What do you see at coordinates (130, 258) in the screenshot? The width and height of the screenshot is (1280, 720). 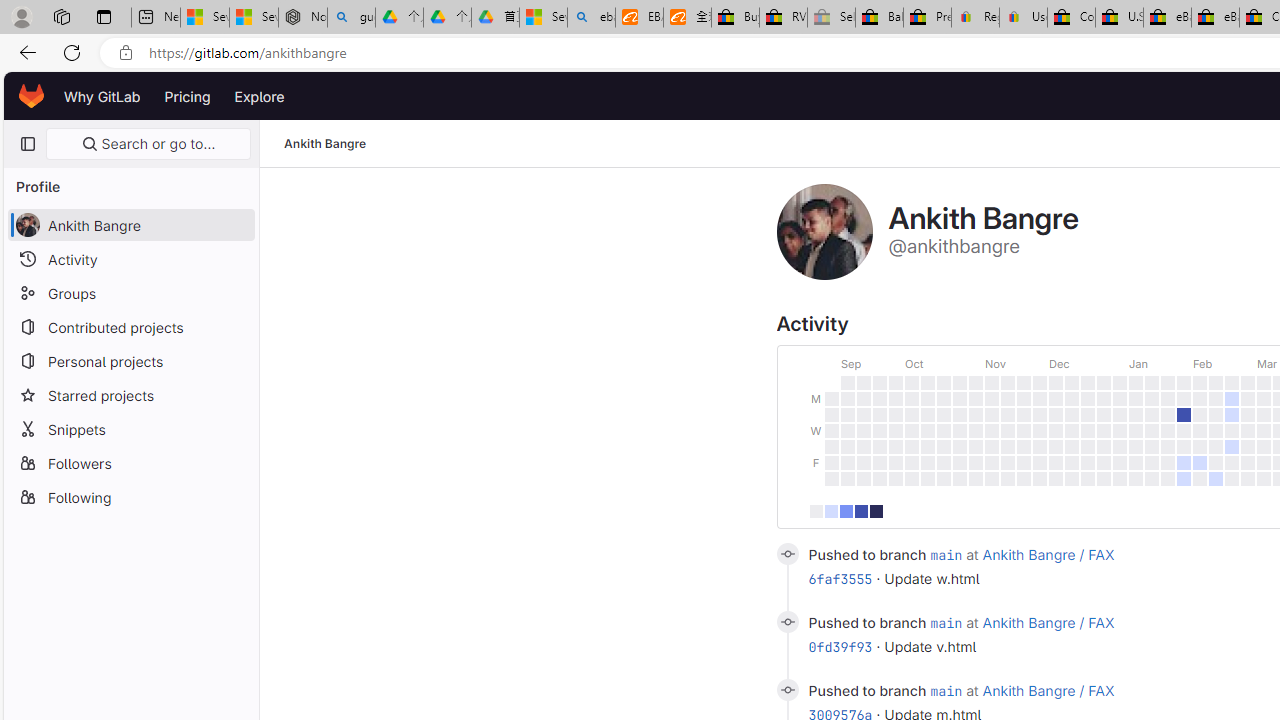 I see `'Activity'` at bounding box center [130, 258].